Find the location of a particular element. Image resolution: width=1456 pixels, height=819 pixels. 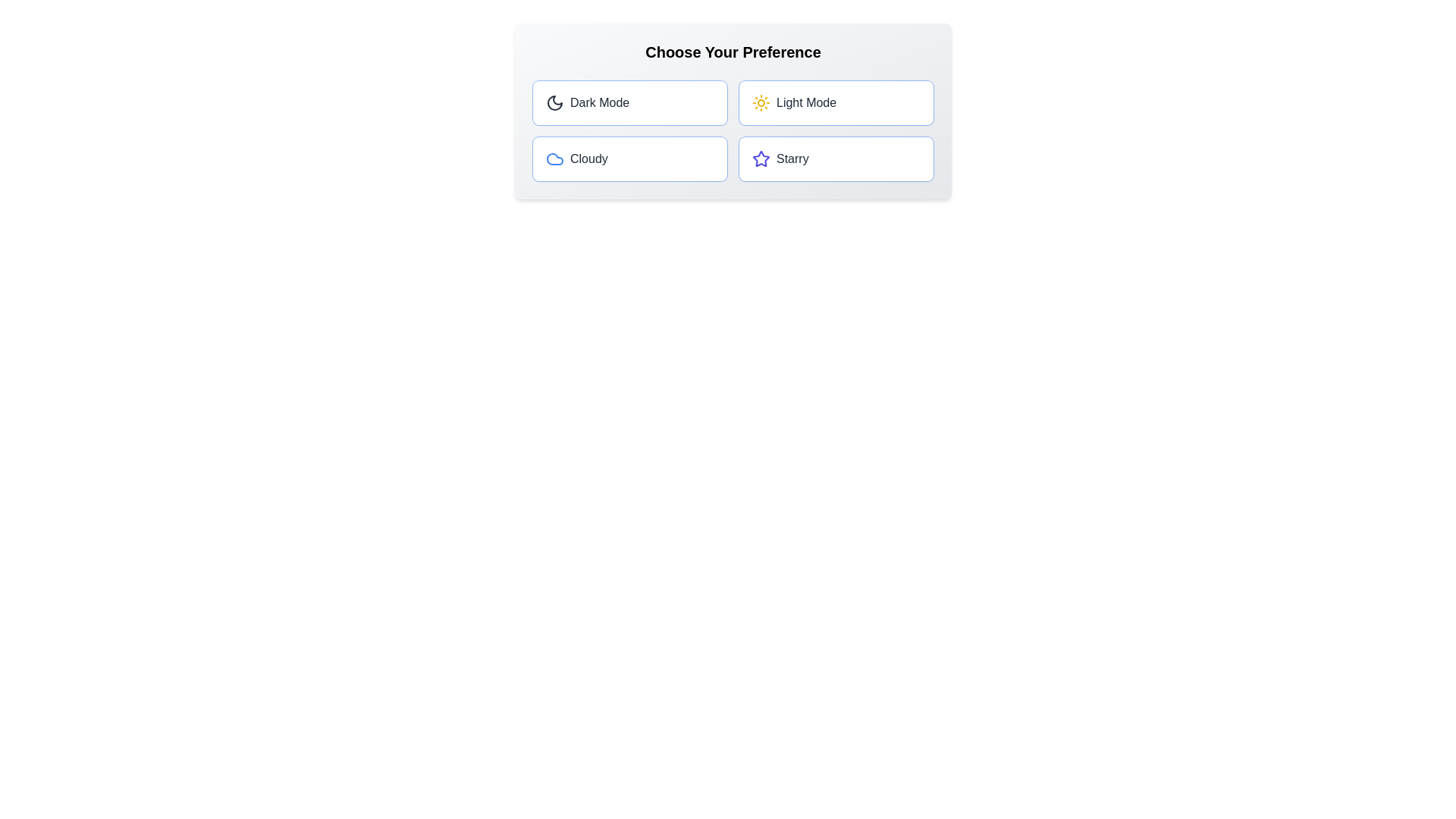

the star icon labeled 'Starry' located in the bottom right card is located at coordinates (780, 158).